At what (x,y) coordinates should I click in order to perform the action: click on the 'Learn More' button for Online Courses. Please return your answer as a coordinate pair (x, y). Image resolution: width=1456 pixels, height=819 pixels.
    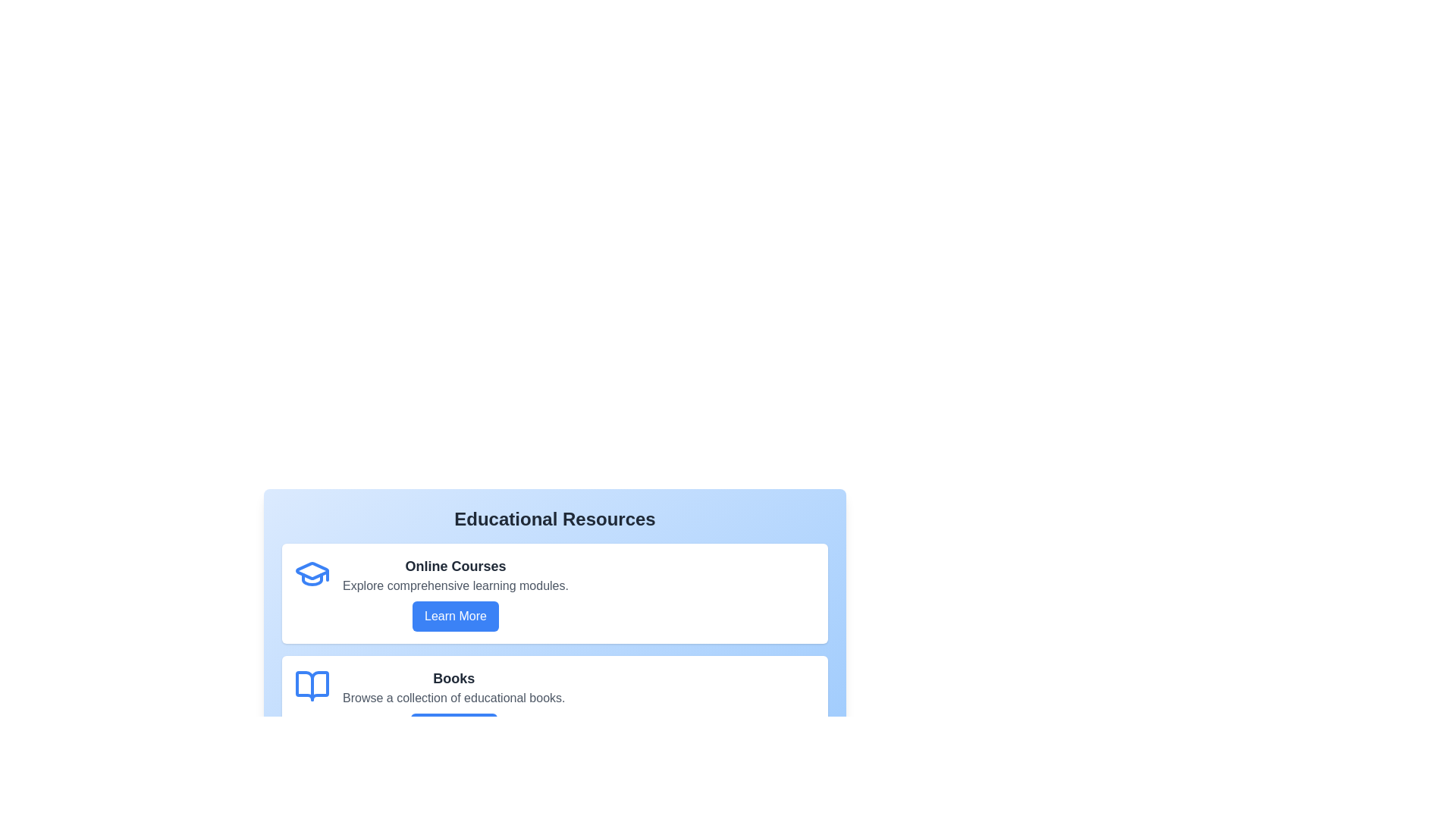
    Looking at the image, I should click on (454, 617).